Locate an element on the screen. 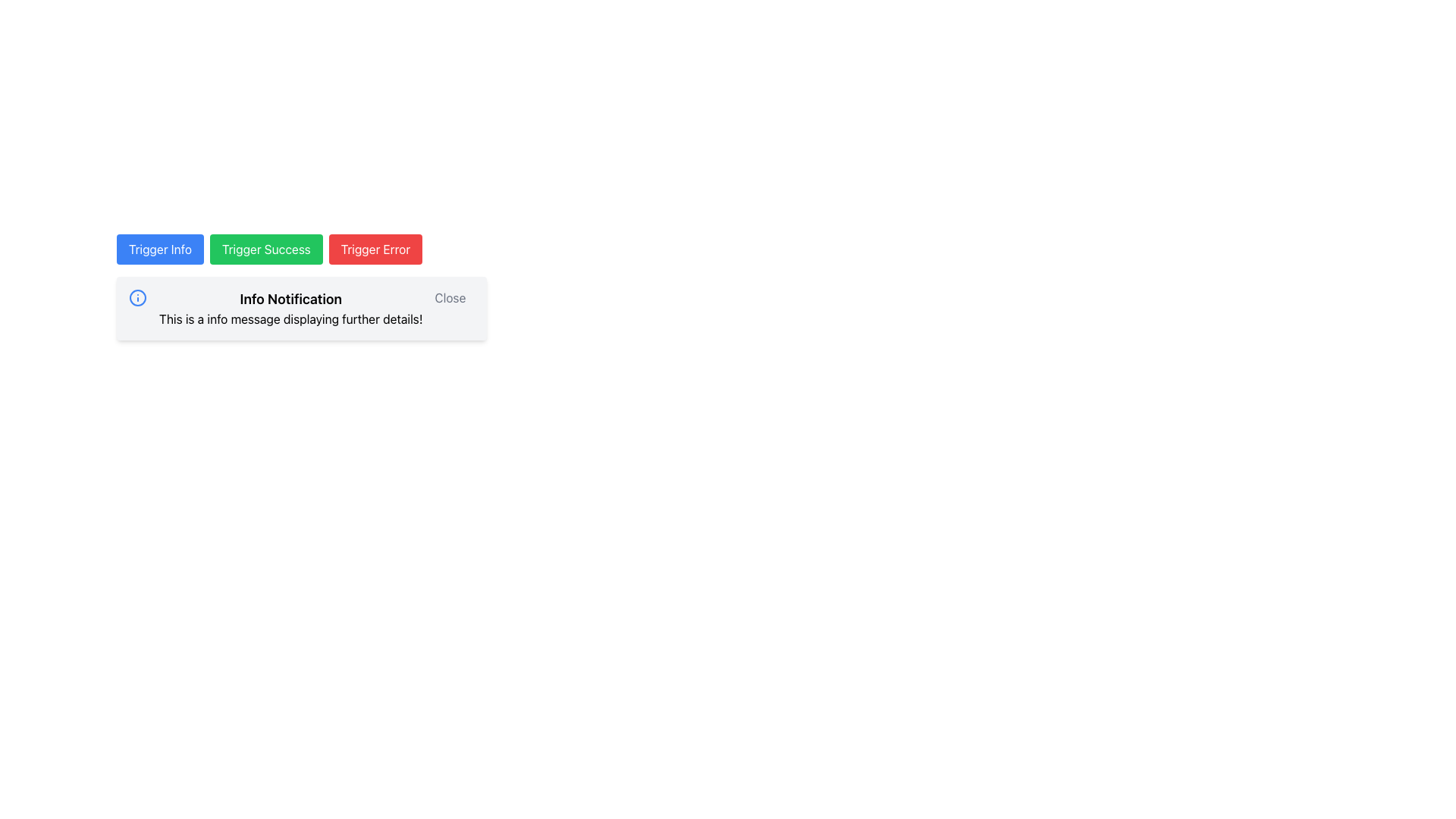 This screenshot has height=819, width=1456. the 'Trigger Success' button located between the 'Trigger Info' button and the 'Trigger Error' button is located at coordinates (266, 248).